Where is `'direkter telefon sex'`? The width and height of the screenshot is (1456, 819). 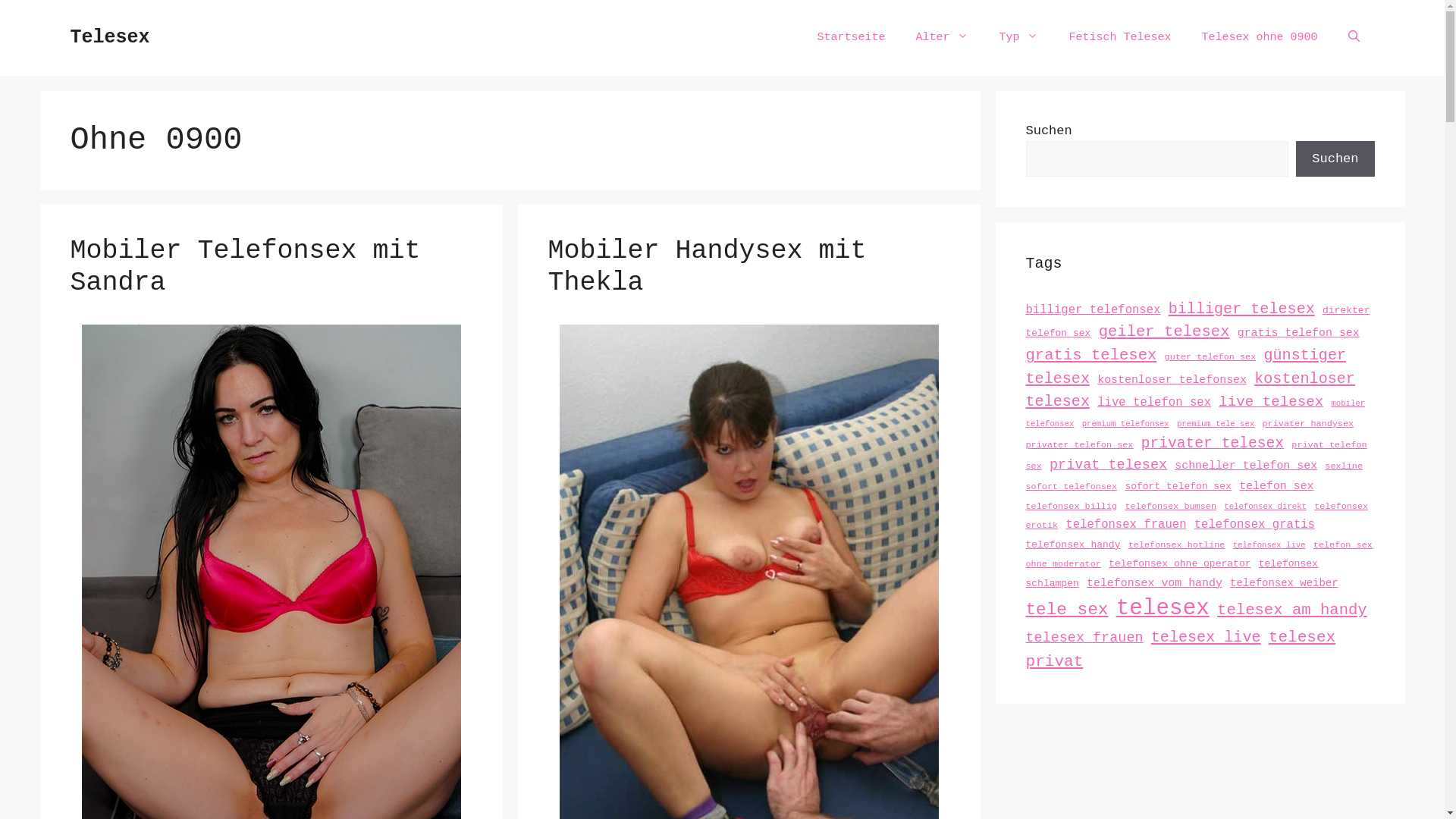 'direkter telefon sex' is located at coordinates (1197, 321).